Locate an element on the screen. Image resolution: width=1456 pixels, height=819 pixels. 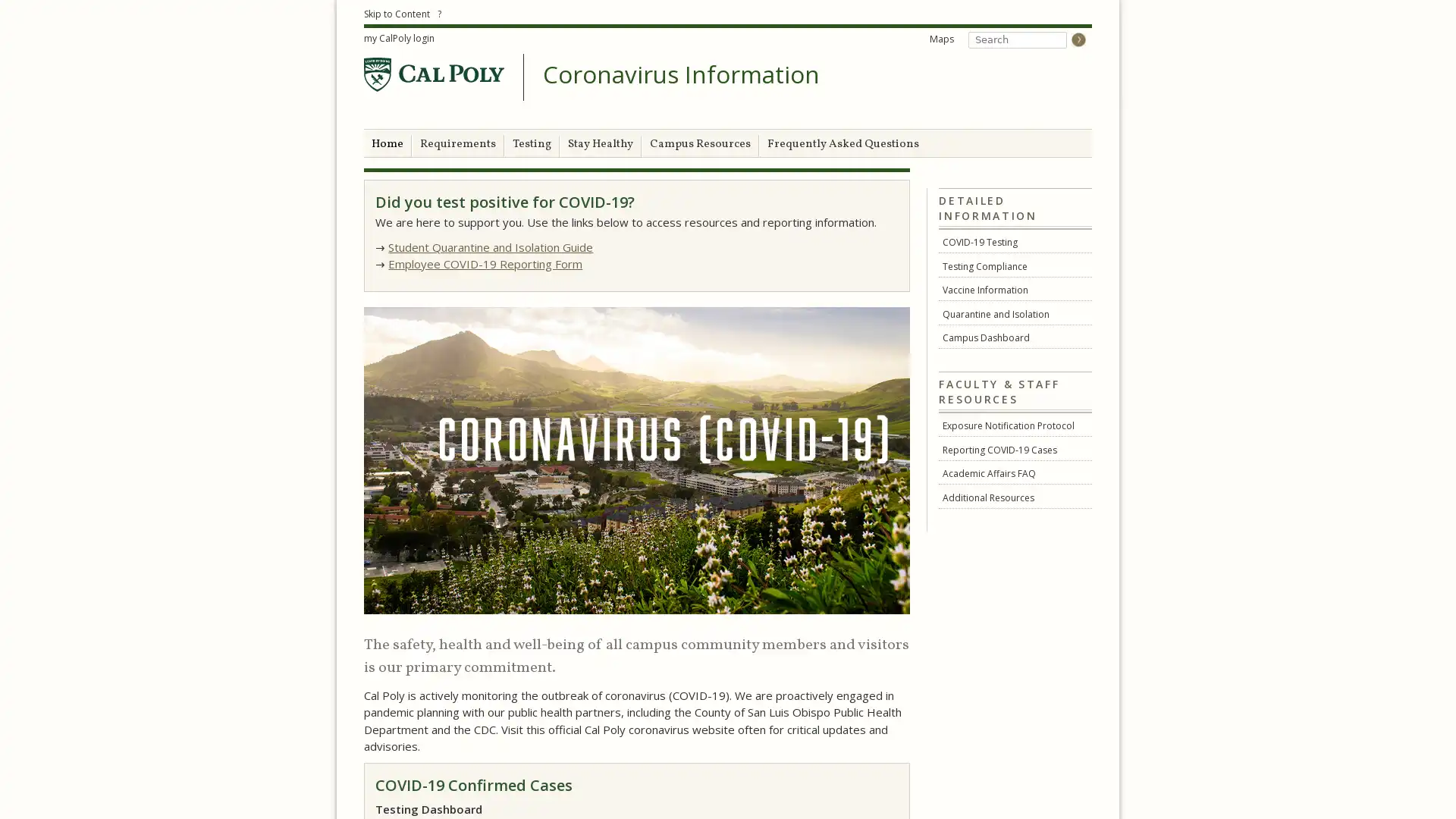
Go is located at coordinates (1078, 39).